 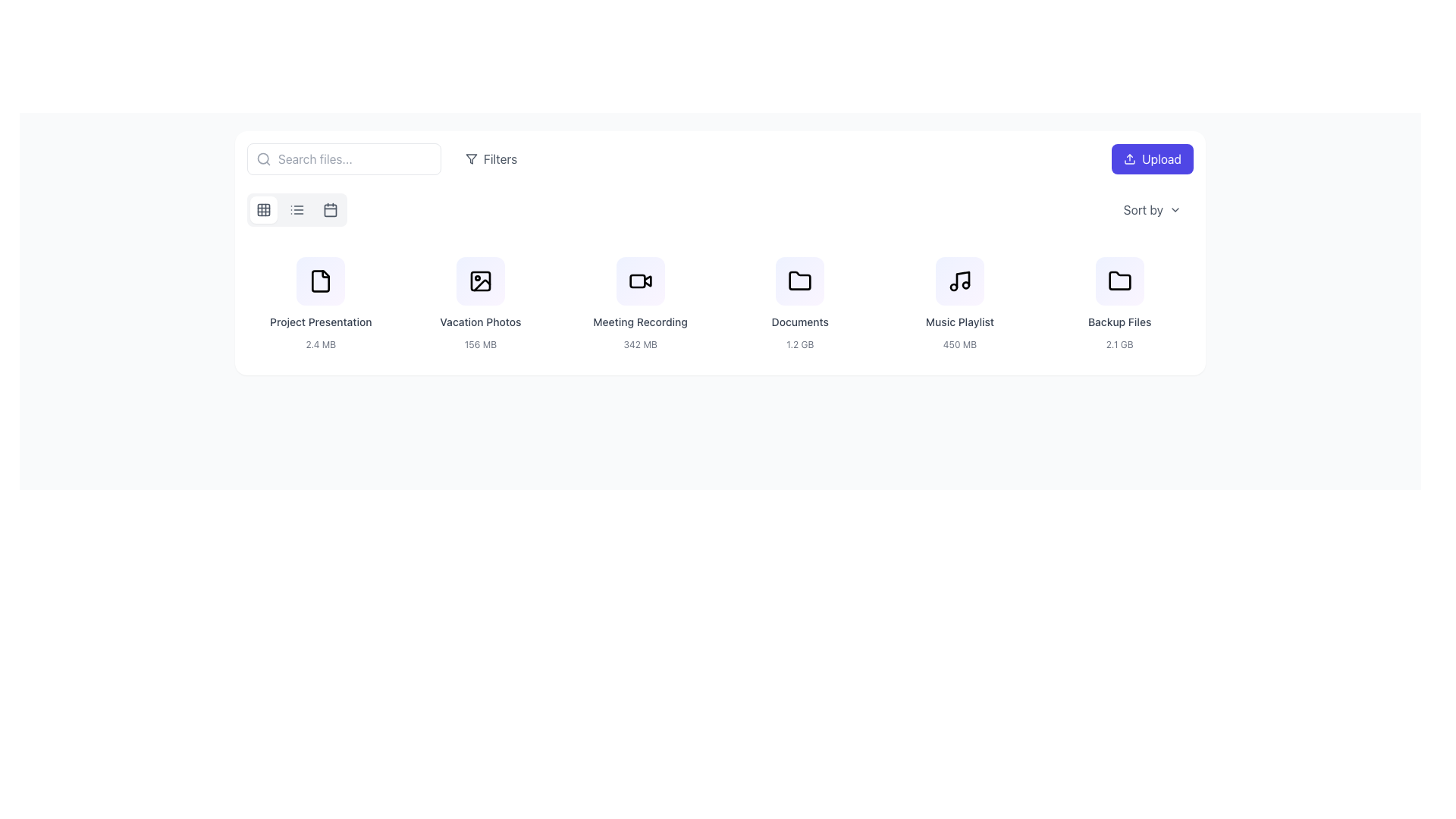 I want to click on the icon button that resembles a three-line list, styled in gray, so click(x=297, y=210).